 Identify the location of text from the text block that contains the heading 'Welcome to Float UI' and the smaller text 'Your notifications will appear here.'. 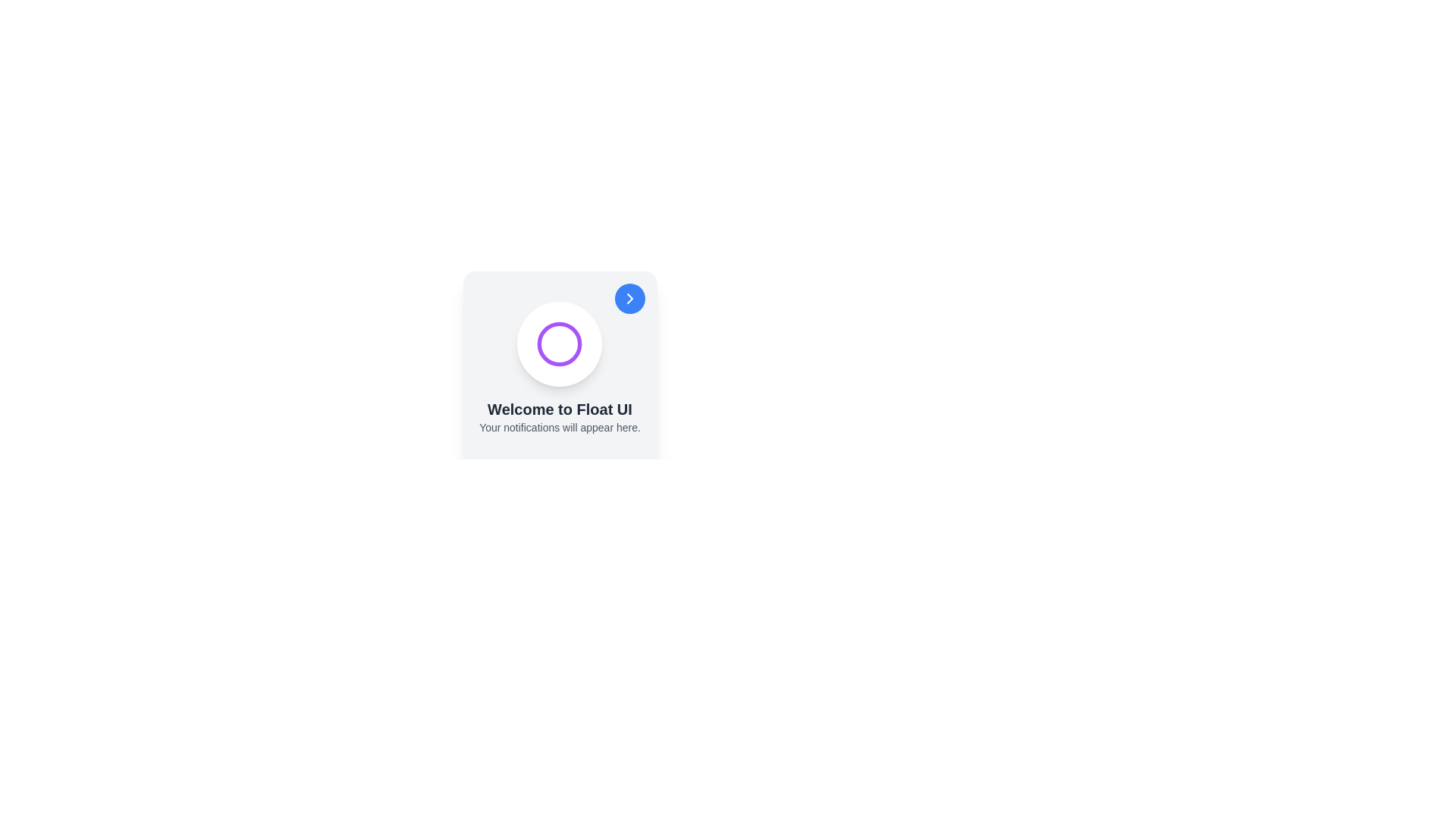
(559, 417).